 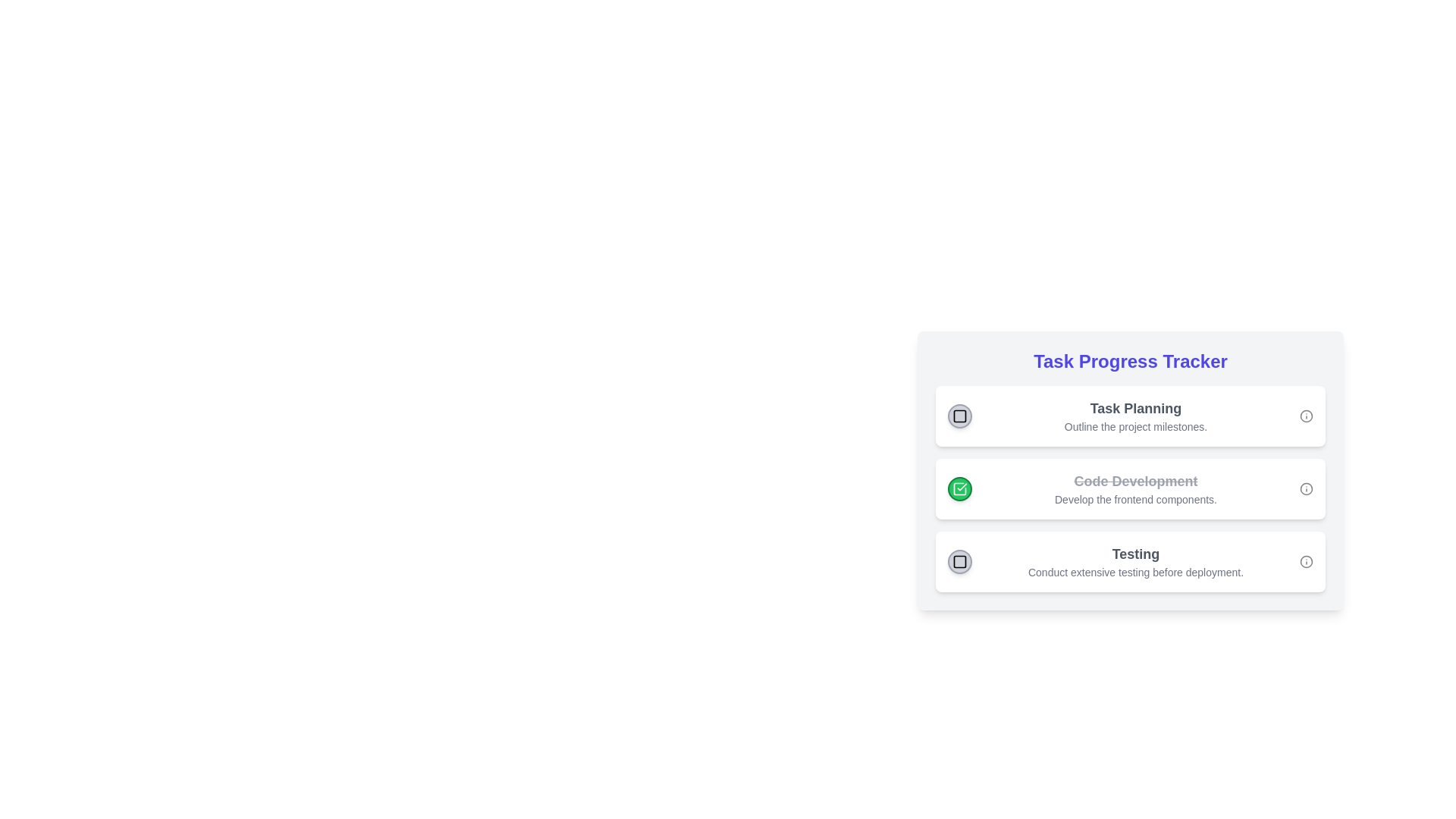 What do you see at coordinates (959, 561) in the screenshot?
I see `the circular button with a light gray background and a black square icon, located on the left side of the third task row in the 'Task Progress Tracker'` at bounding box center [959, 561].